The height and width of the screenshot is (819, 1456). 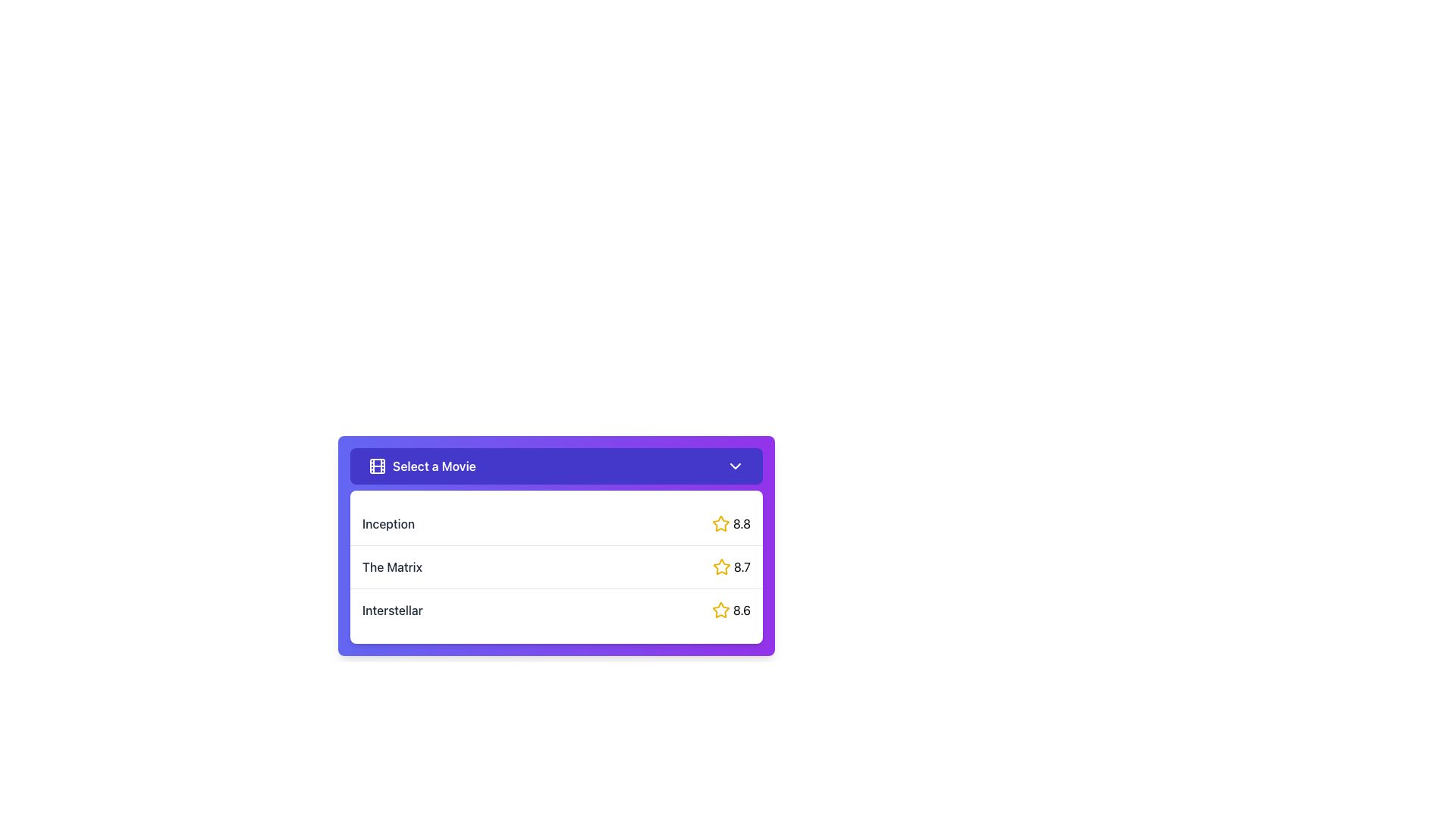 What do you see at coordinates (720, 567) in the screenshot?
I see `the bright yellow star-shaped icon associated with the rating '8.7', located in the middle row of the list items` at bounding box center [720, 567].